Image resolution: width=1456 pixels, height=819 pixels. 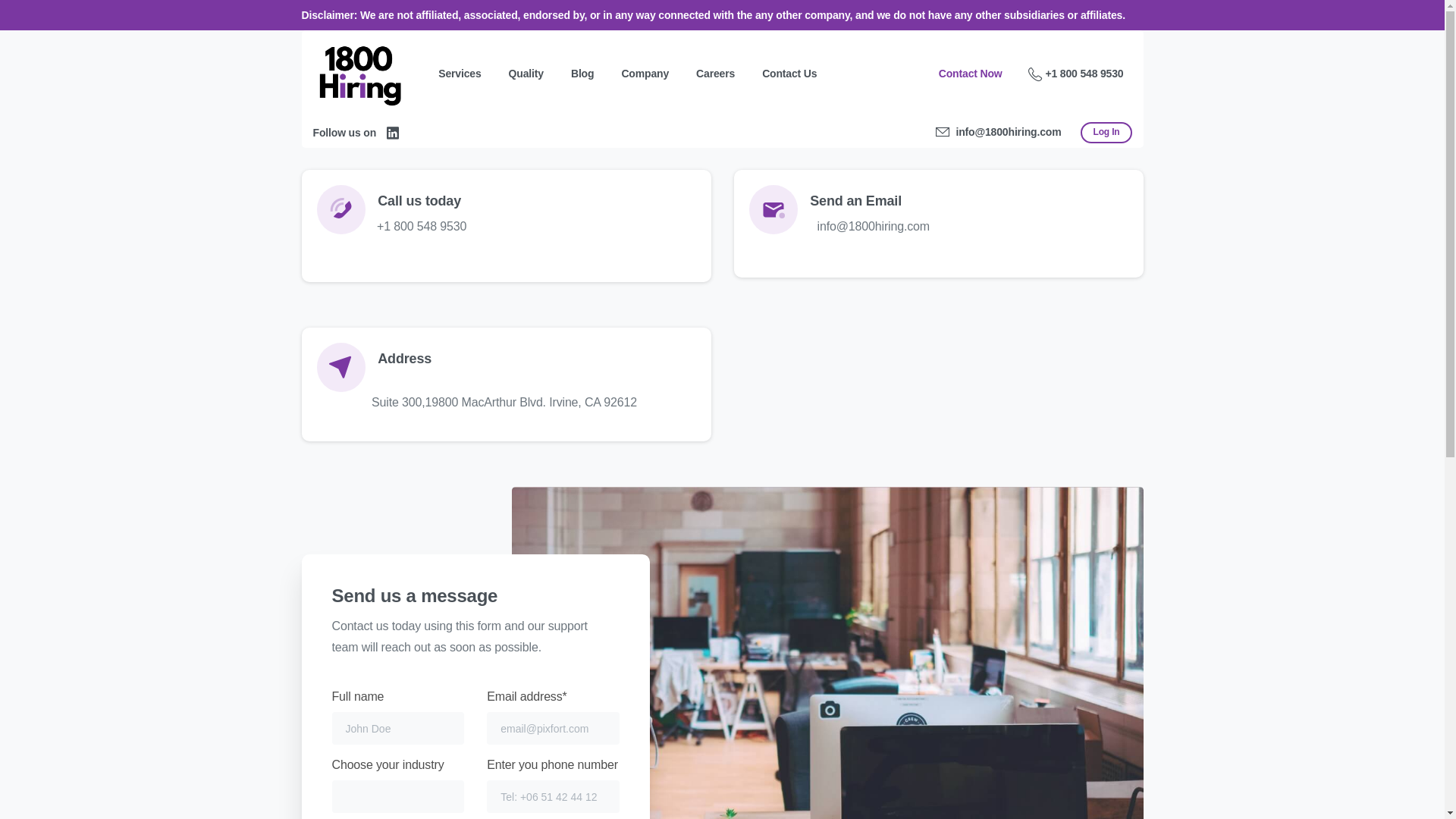 I want to click on 'info@1800hiring.com', so click(x=934, y=131).